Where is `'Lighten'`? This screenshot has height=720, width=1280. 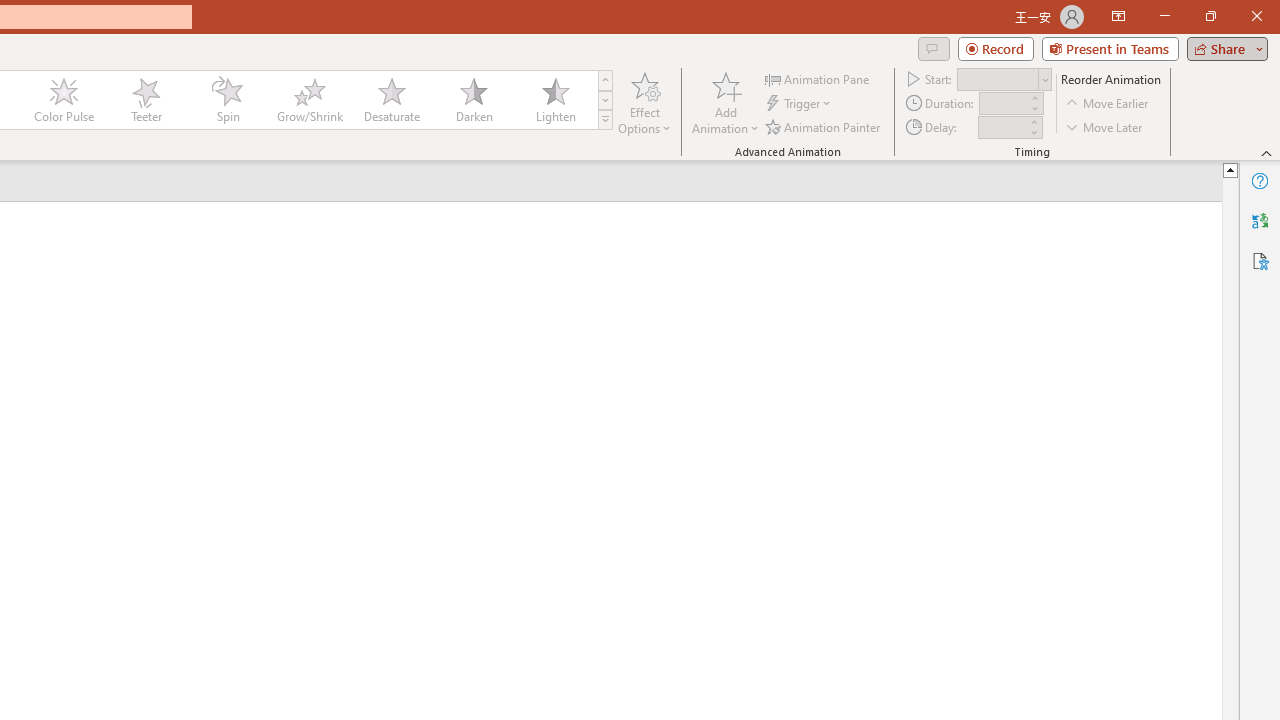
'Lighten' is located at coordinates (555, 100).